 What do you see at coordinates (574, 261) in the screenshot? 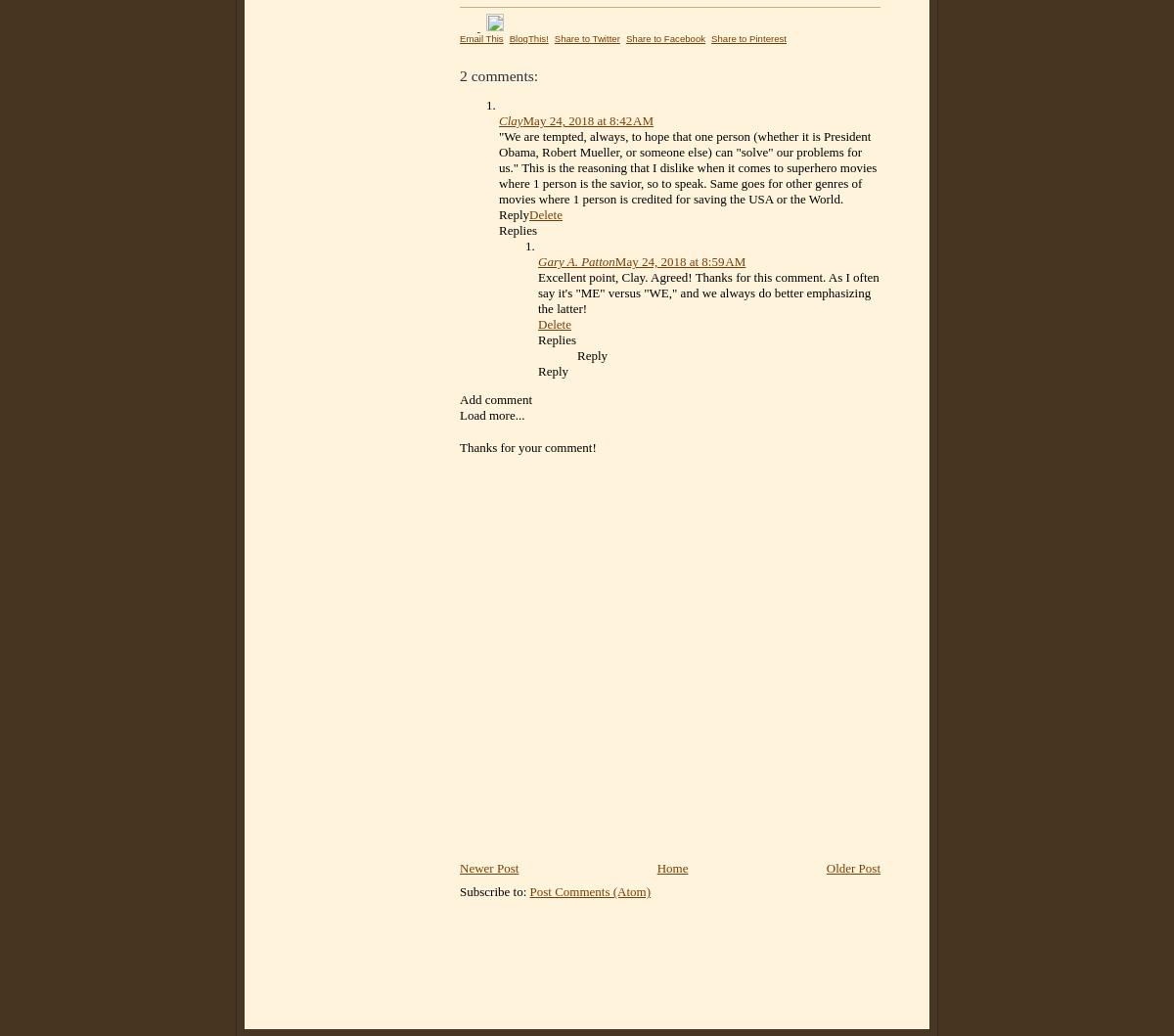
I see `'Gary A. Patton'` at bounding box center [574, 261].